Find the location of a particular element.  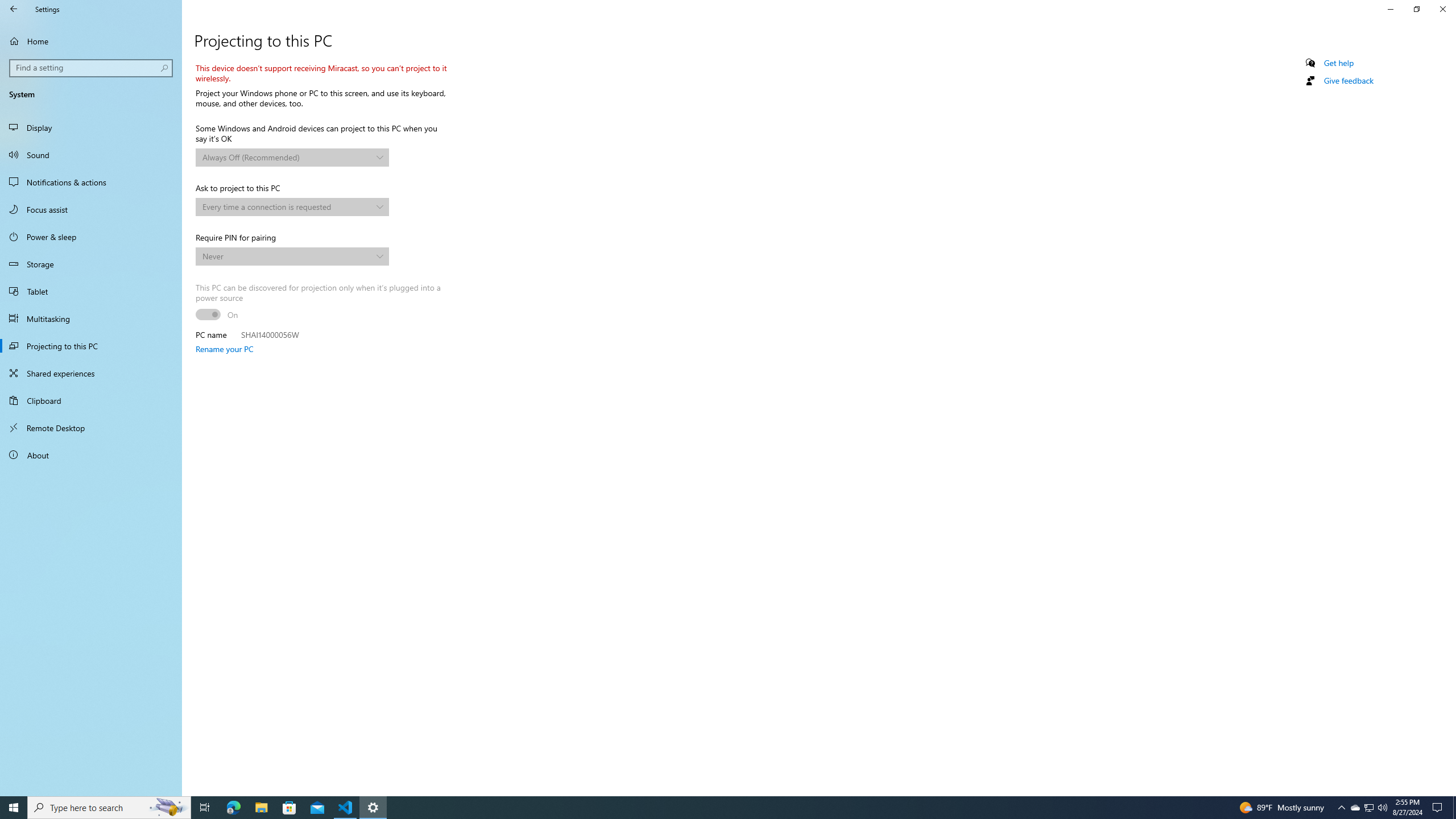

'Search box, Find a setting' is located at coordinates (91, 67).